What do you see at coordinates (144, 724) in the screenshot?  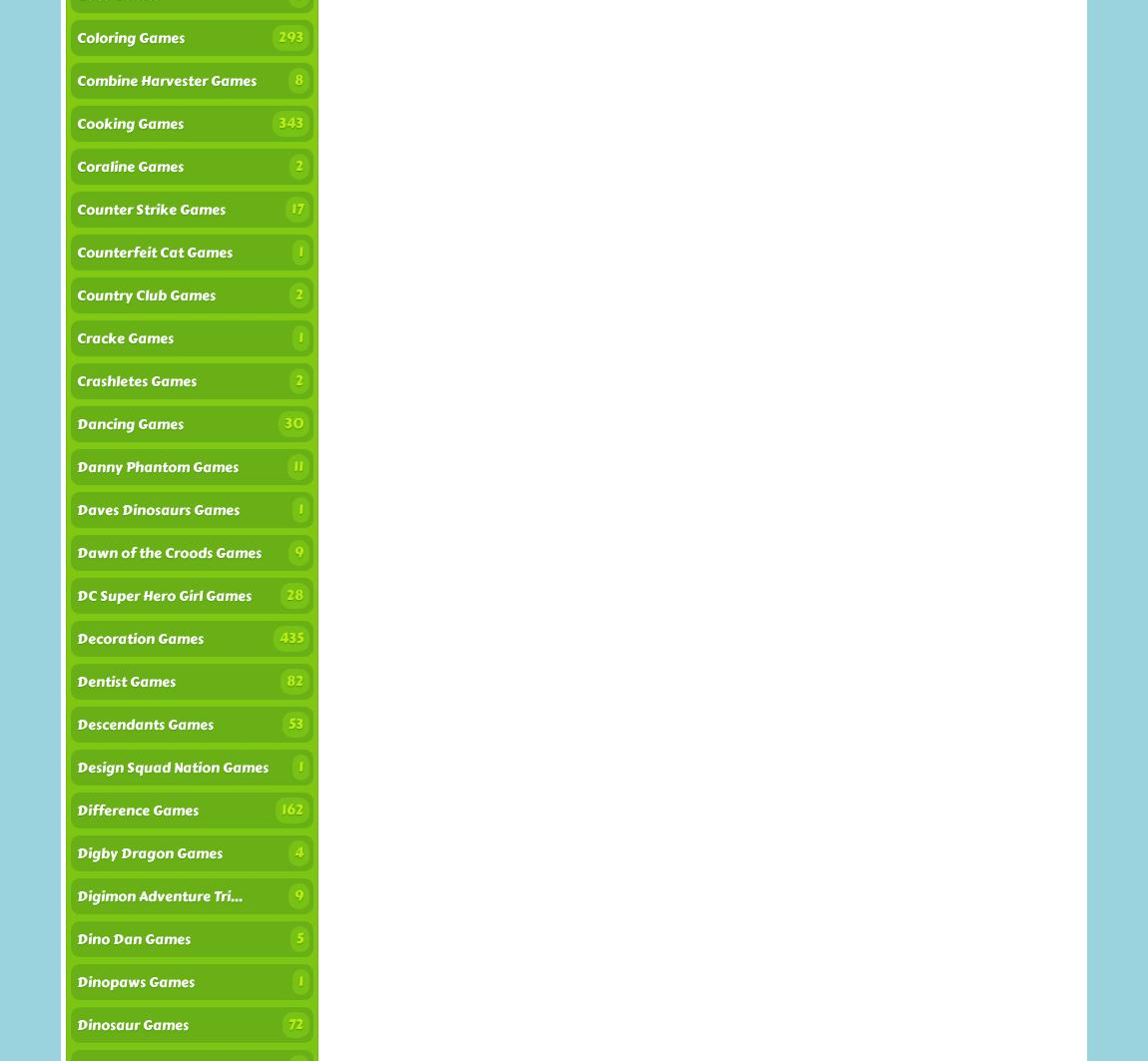 I see `'Descendants Games'` at bounding box center [144, 724].